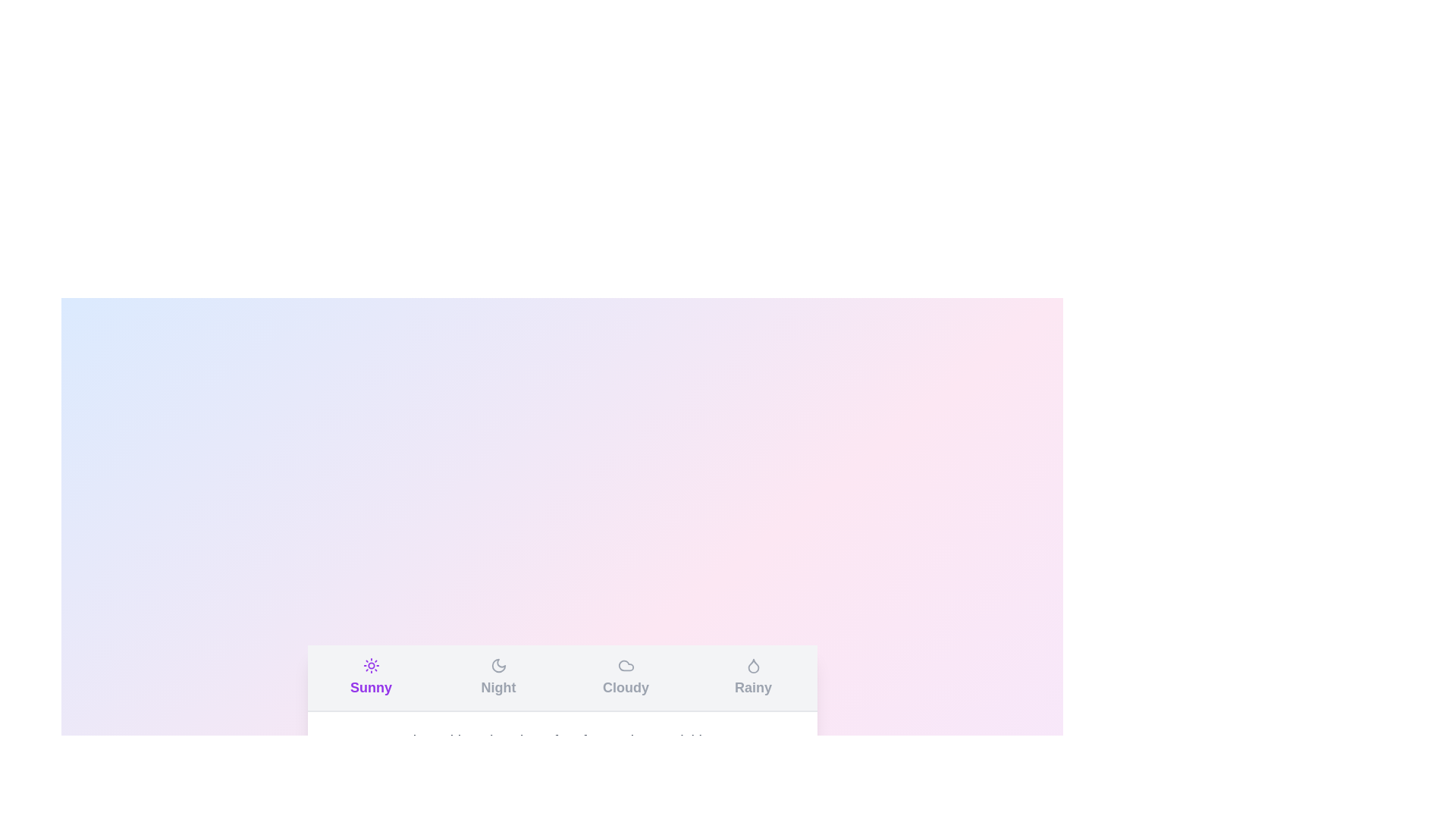 This screenshot has width=1456, height=819. What do you see at coordinates (498, 677) in the screenshot?
I see `the tab labeled Night to switch to the respective weather condition` at bounding box center [498, 677].